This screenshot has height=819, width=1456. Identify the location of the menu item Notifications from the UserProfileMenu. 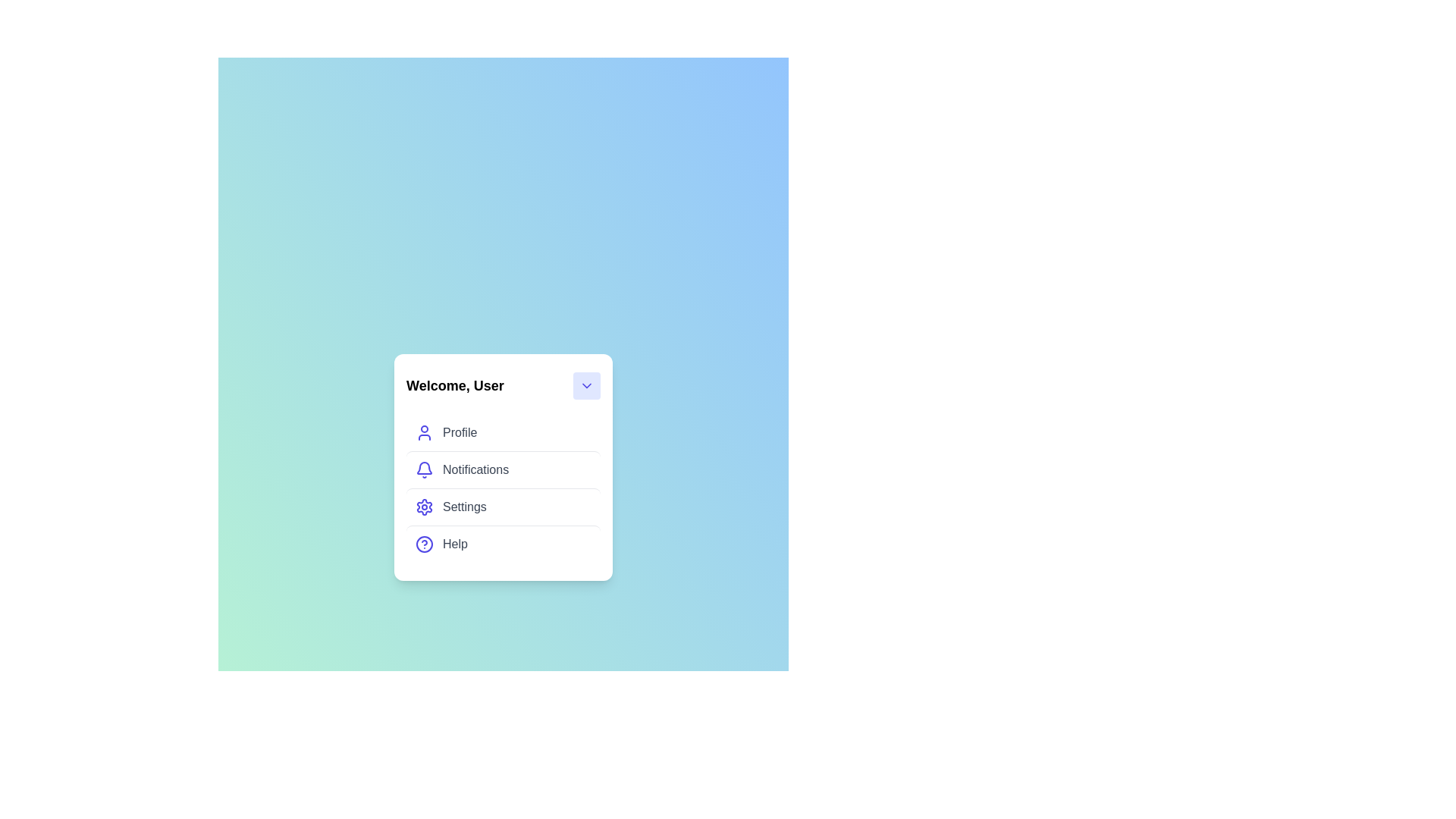
(503, 468).